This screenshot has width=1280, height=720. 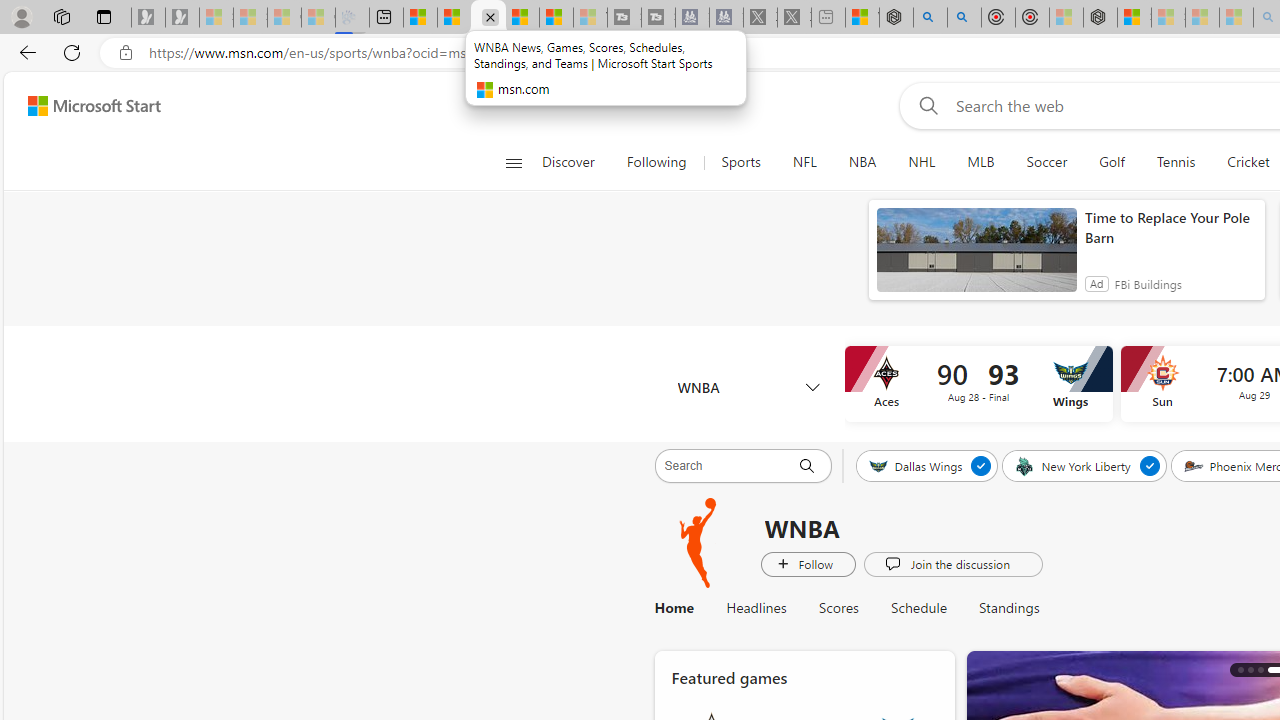 What do you see at coordinates (1073, 465) in the screenshot?
I see `'New York Liberty'` at bounding box center [1073, 465].